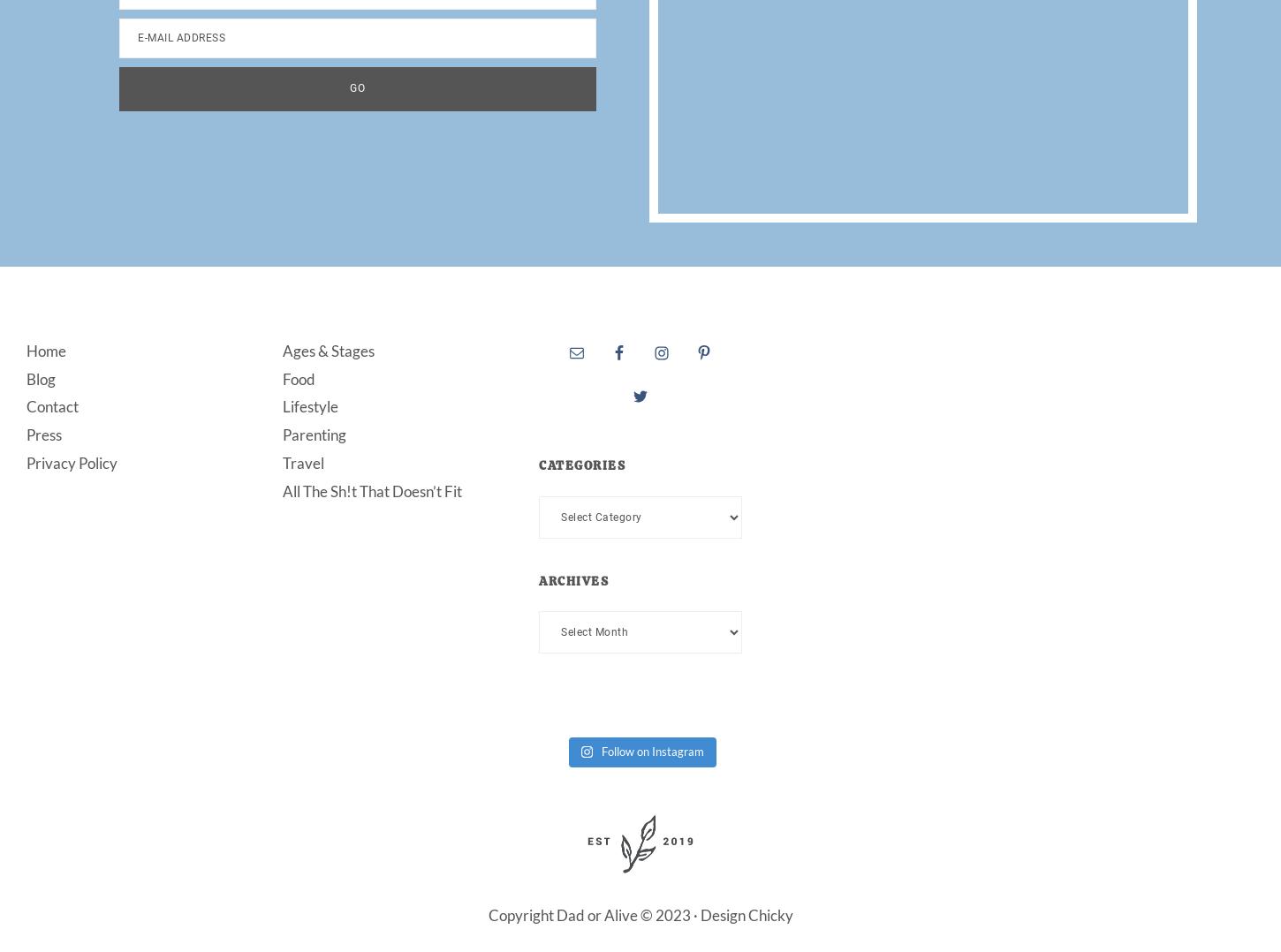  What do you see at coordinates (27, 406) in the screenshot?
I see `'Contact'` at bounding box center [27, 406].